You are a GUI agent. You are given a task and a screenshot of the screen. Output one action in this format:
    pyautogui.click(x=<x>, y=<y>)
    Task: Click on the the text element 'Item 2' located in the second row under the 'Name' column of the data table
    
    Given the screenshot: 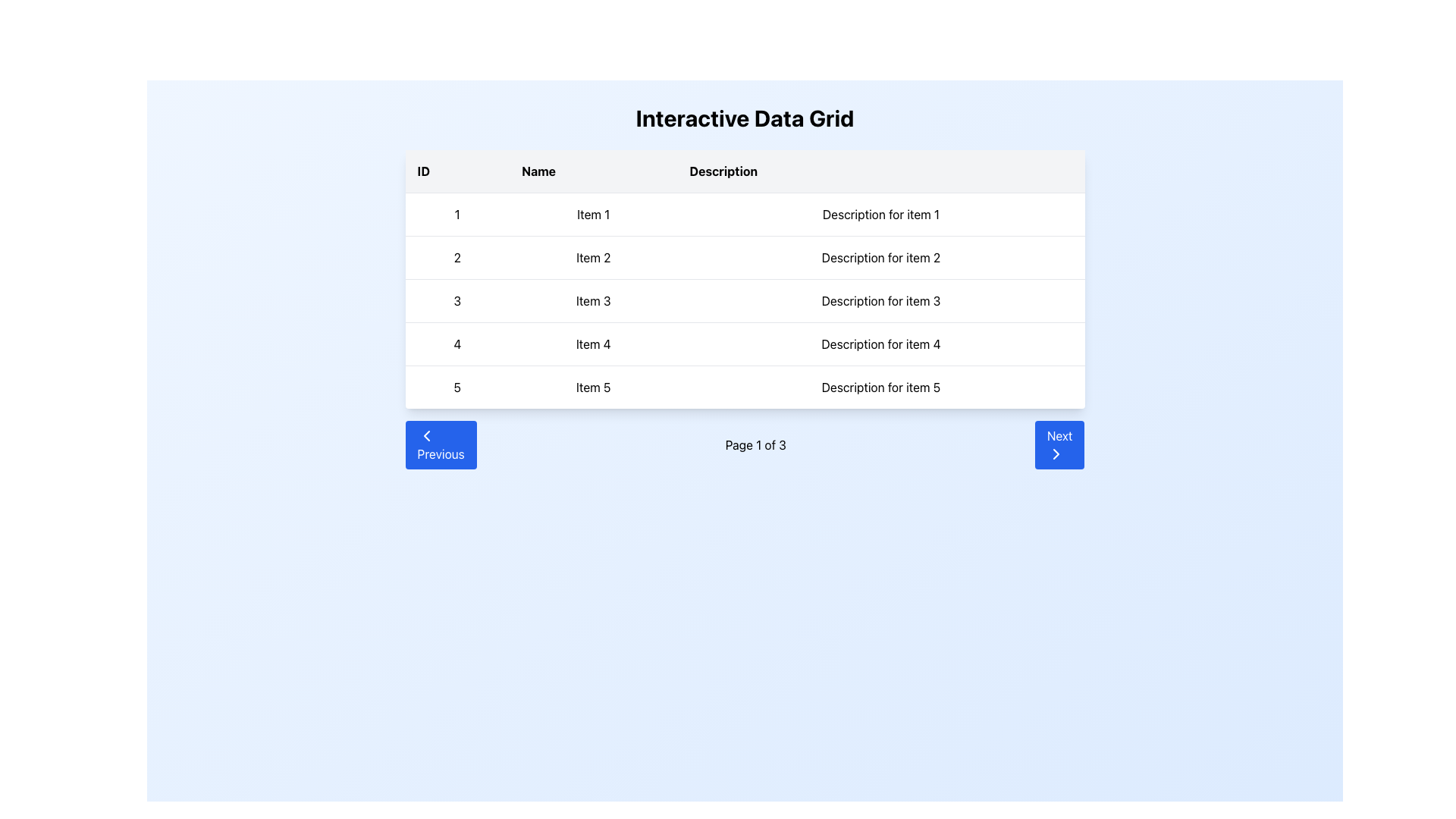 What is the action you would take?
    pyautogui.click(x=592, y=256)
    